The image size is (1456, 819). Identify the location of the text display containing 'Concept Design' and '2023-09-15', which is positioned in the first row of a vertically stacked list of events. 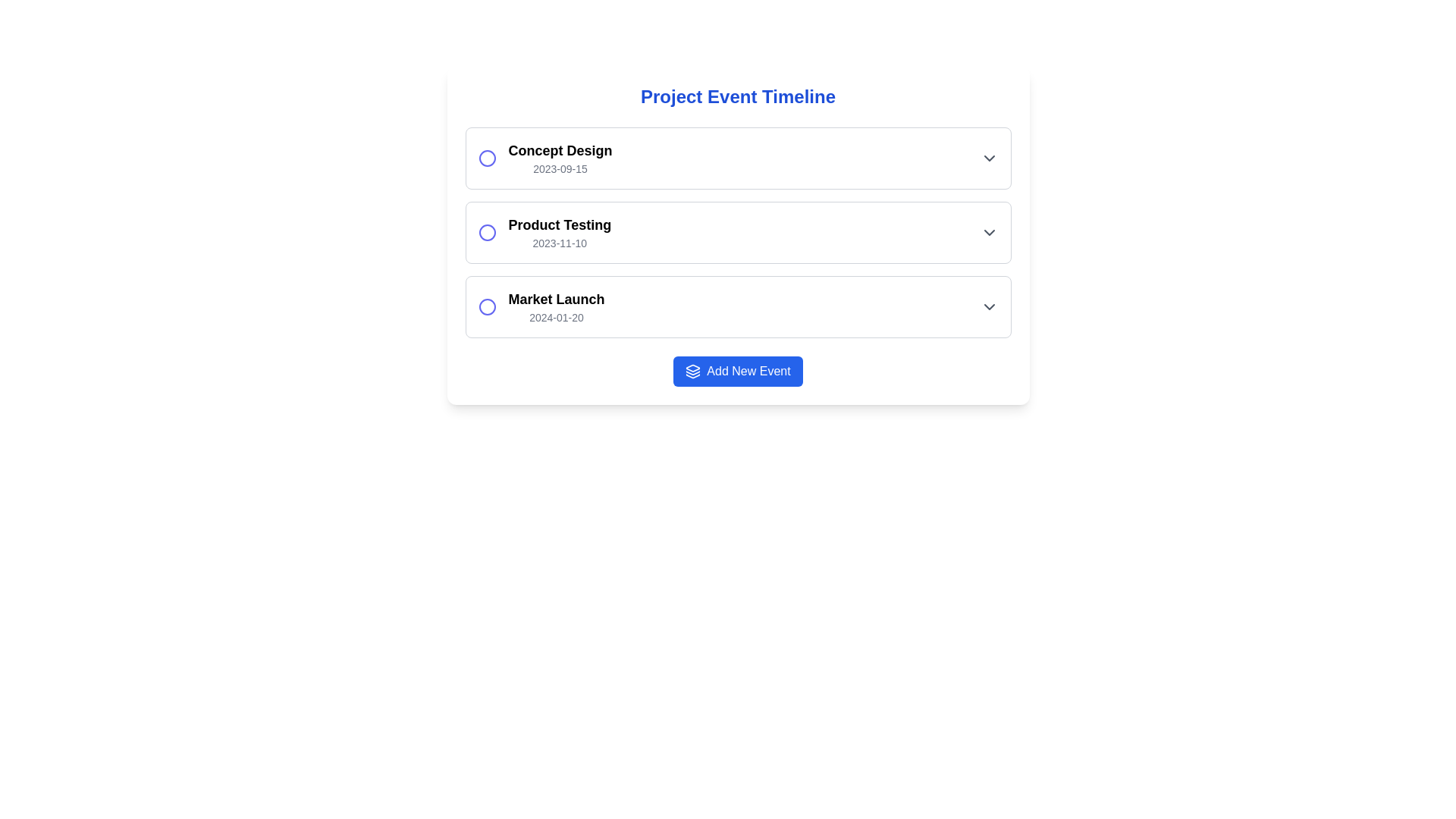
(560, 158).